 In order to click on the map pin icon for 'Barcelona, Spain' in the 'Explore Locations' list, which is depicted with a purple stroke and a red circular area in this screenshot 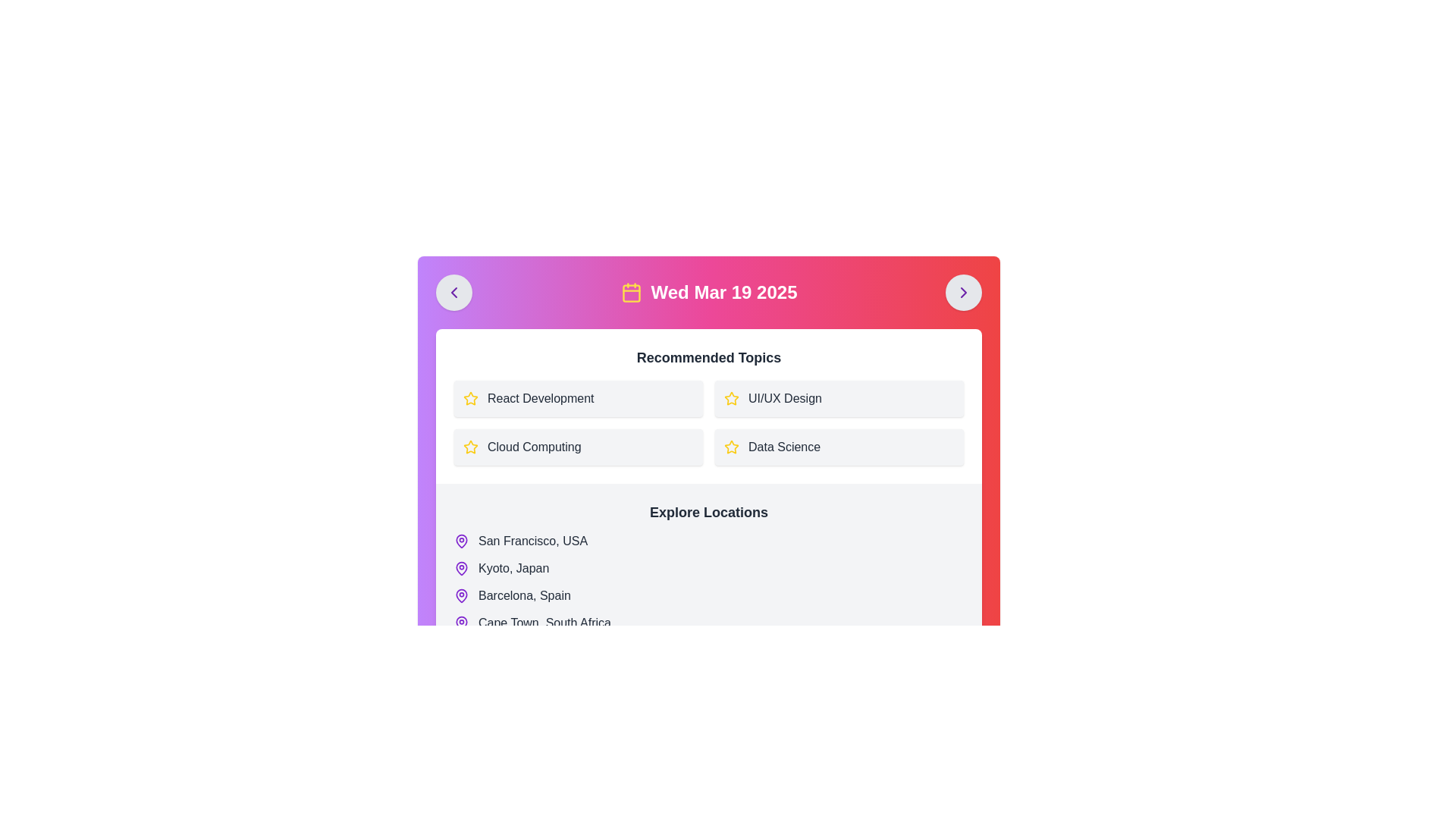, I will do `click(461, 595)`.